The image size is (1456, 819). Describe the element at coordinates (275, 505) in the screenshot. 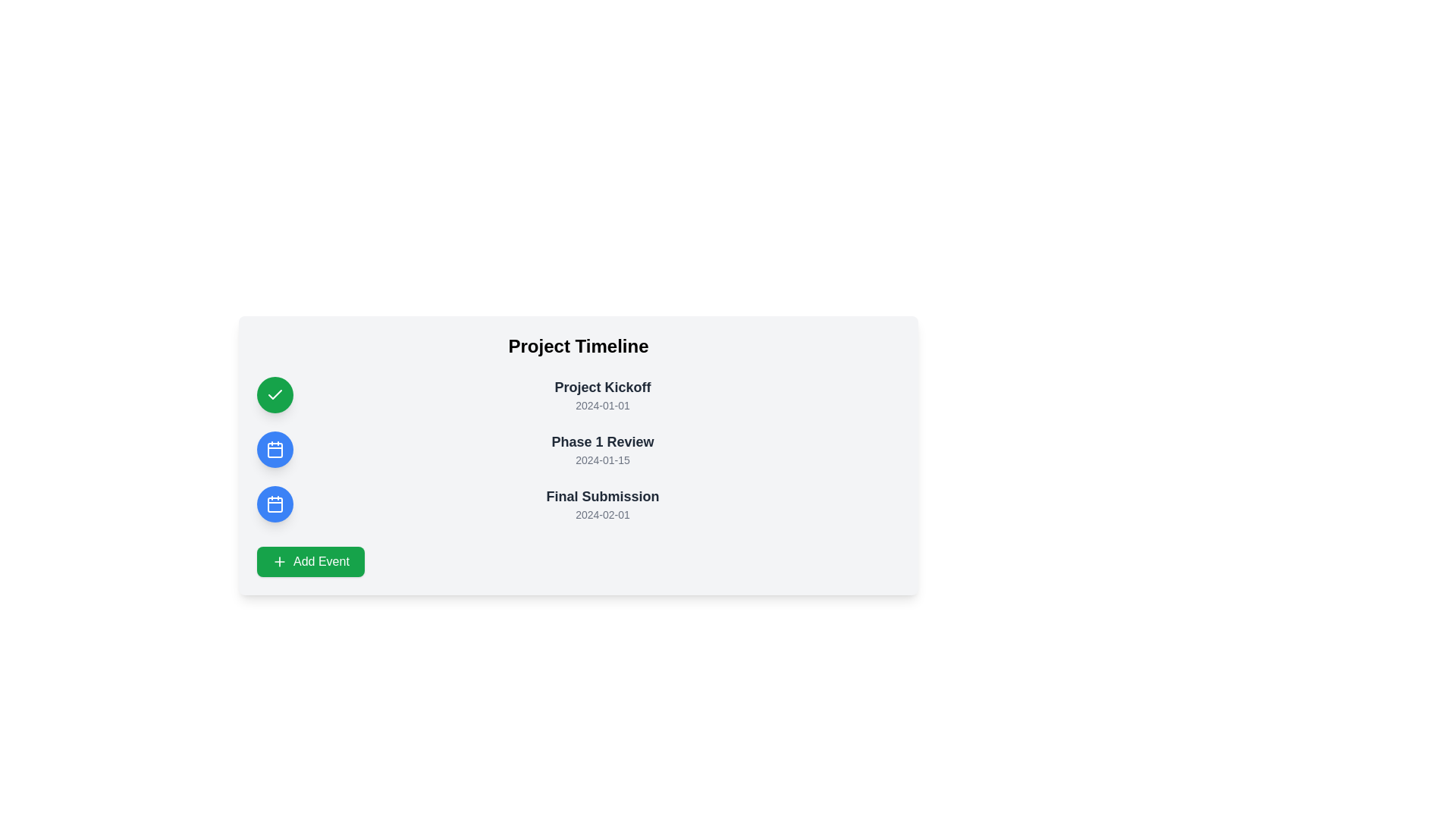

I see `the calendar icon indicator, which is the third element in a vertical list of navigation icons on the left side of the interface` at that location.